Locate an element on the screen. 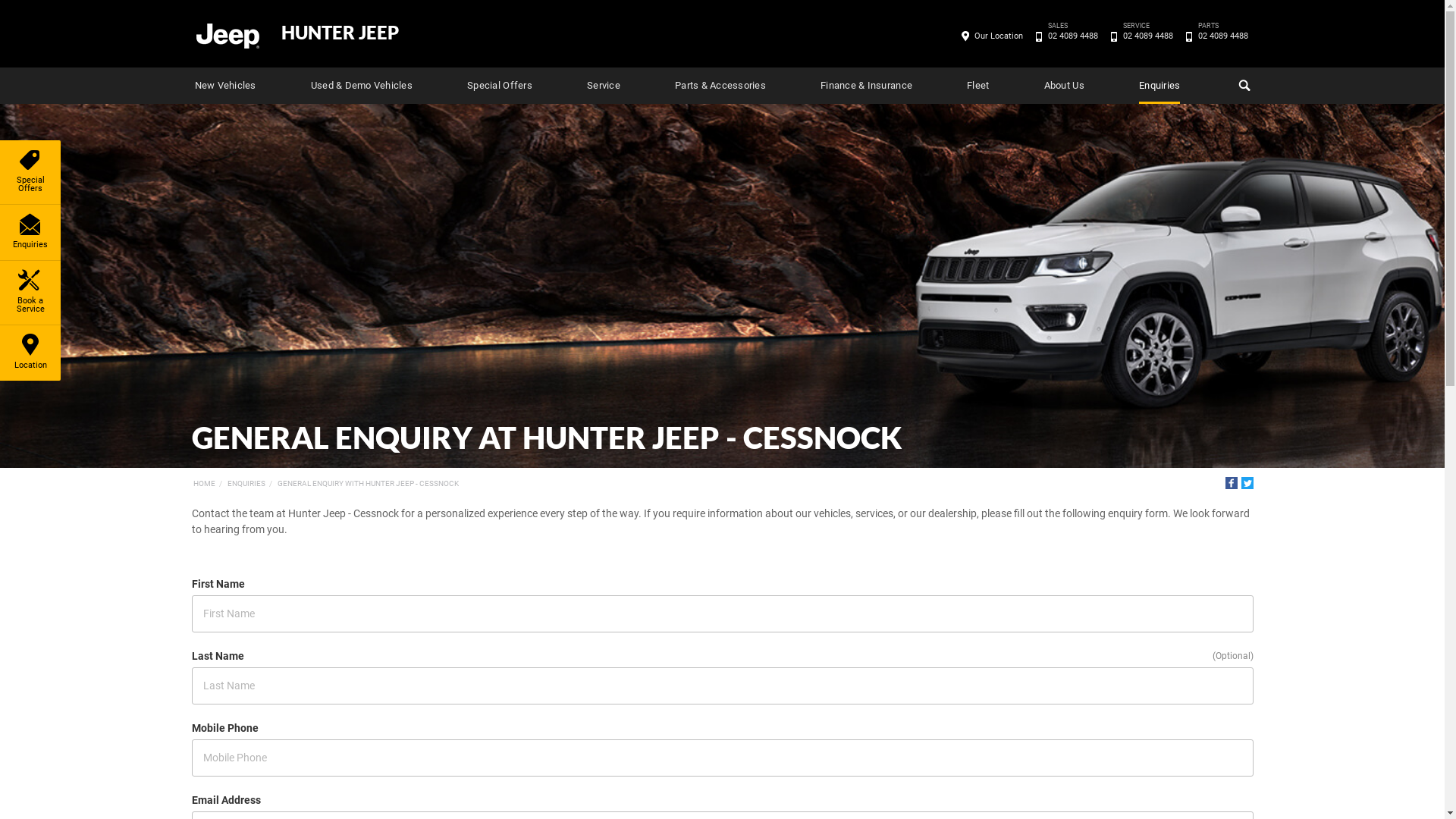 This screenshot has width=1456, height=819. 'Finance & Insurance' is located at coordinates (866, 85).